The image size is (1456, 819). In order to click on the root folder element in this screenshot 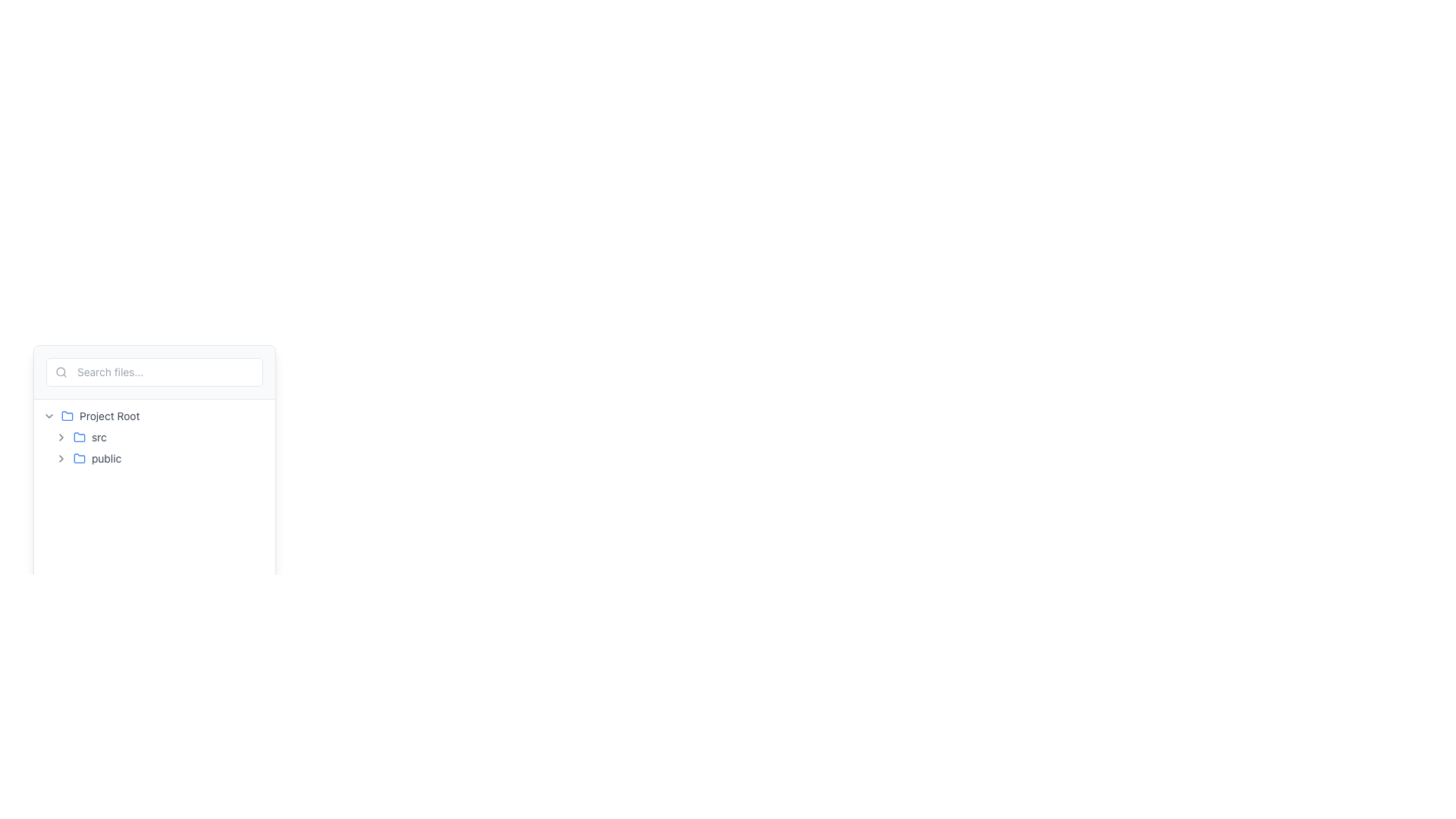, I will do `click(154, 416)`.